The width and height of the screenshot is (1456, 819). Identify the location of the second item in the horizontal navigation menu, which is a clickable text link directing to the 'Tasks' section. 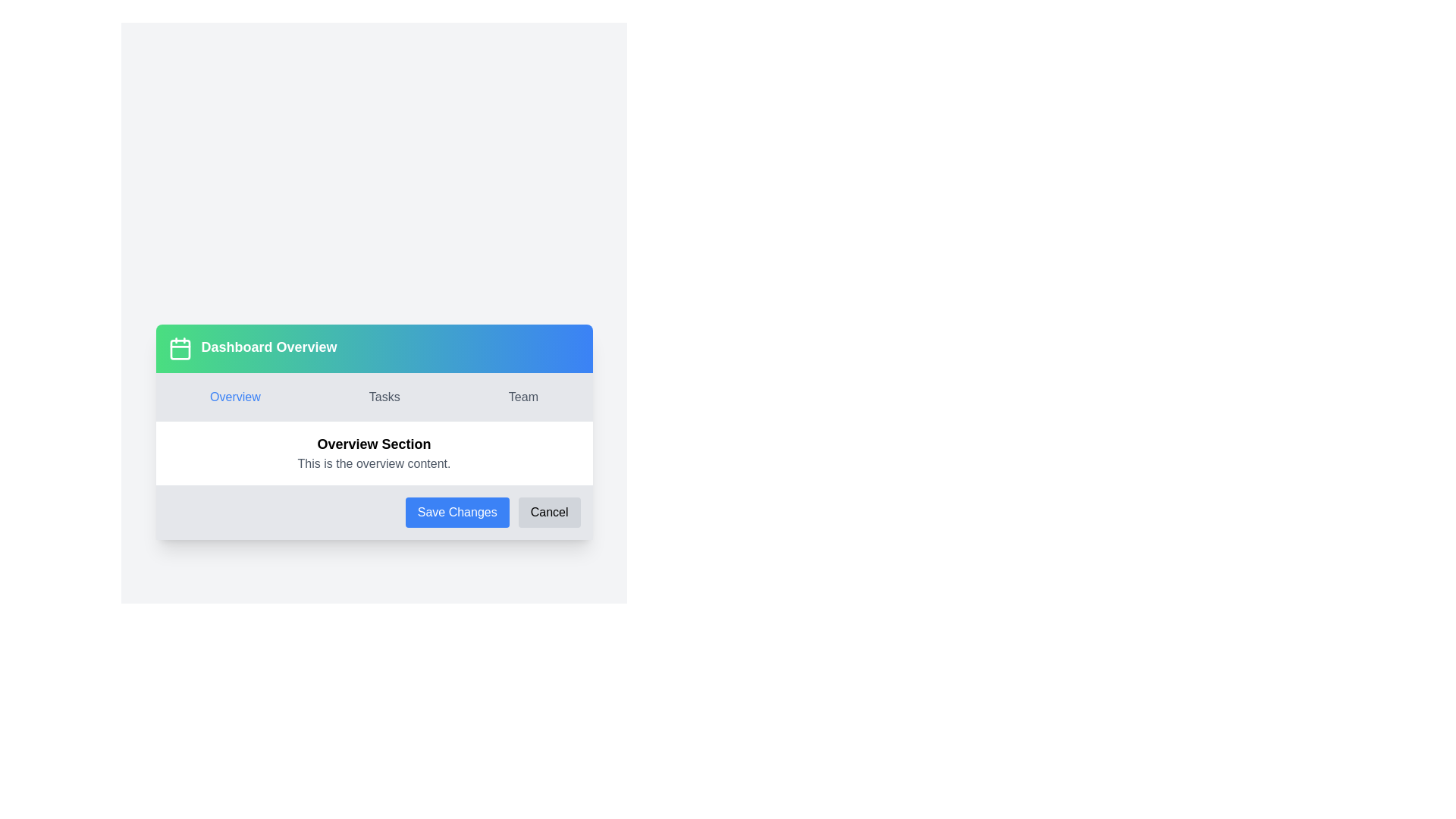
(384, 397).